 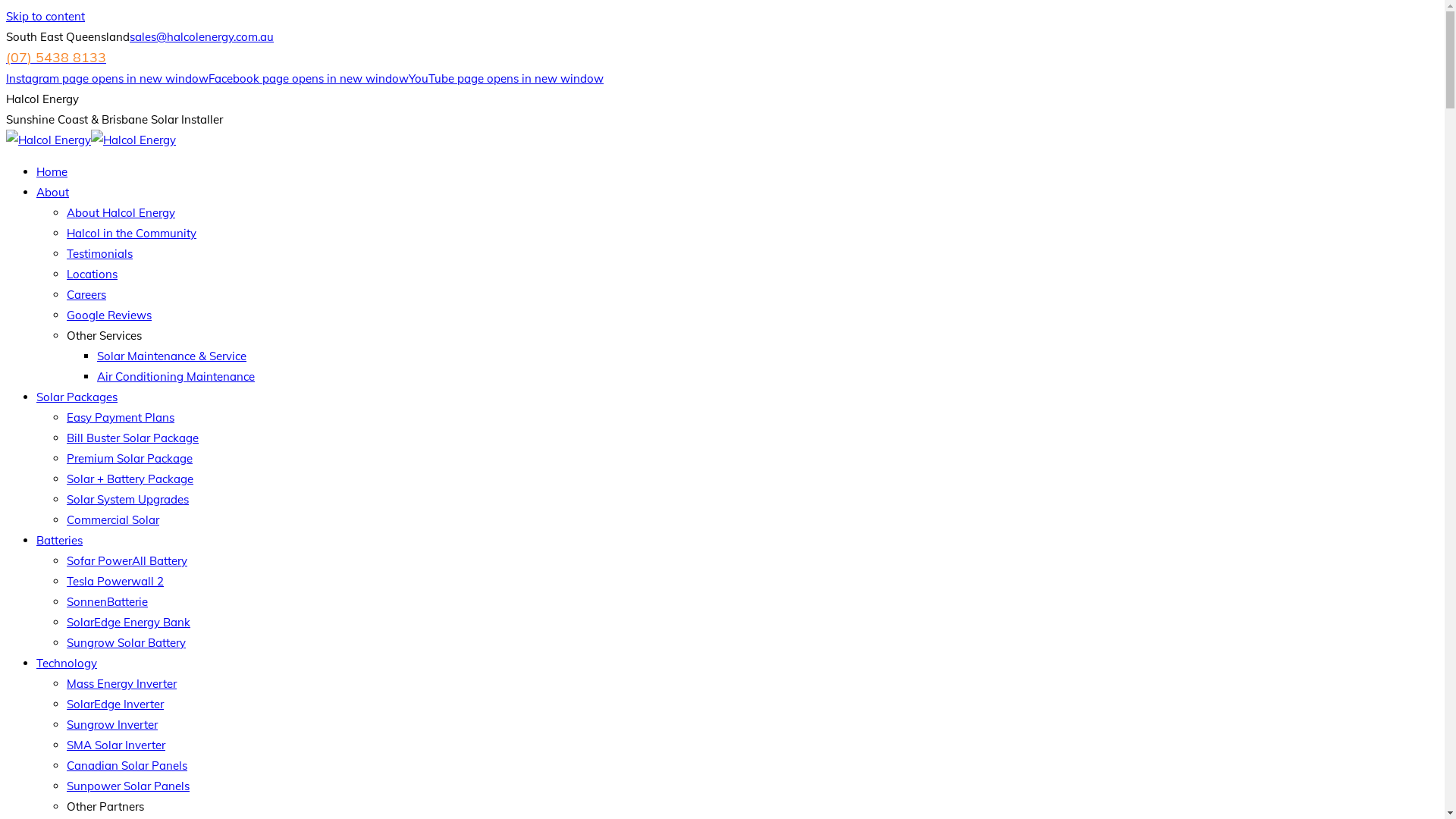 I want to click on 'SolarEdge Inverter', so click(x=115, y=704).